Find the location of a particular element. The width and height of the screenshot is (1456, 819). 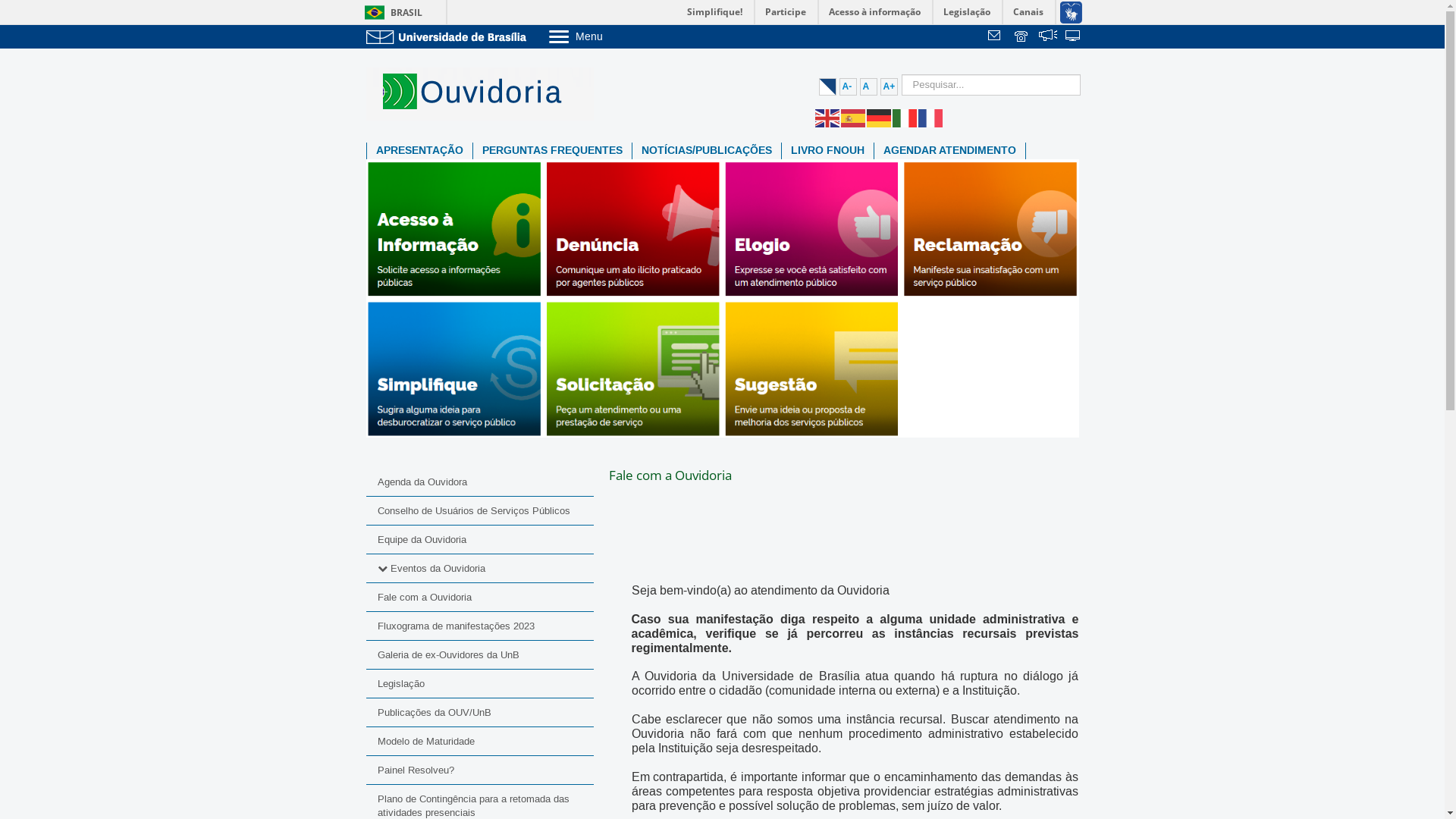

'Fale com a Ouvidoria' is located at coordinates (479, 596).